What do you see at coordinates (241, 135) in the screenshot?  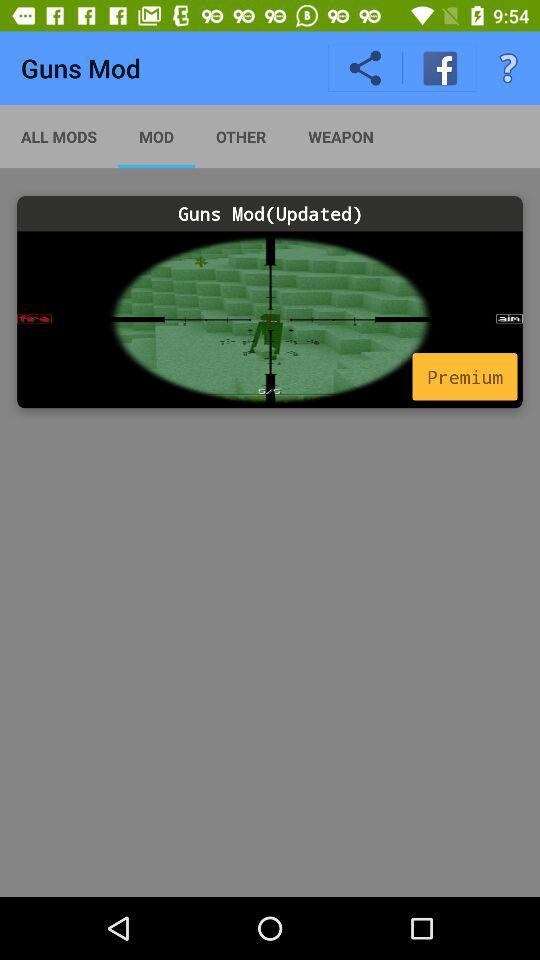 I see `other item` at bounding box center [241, 135].